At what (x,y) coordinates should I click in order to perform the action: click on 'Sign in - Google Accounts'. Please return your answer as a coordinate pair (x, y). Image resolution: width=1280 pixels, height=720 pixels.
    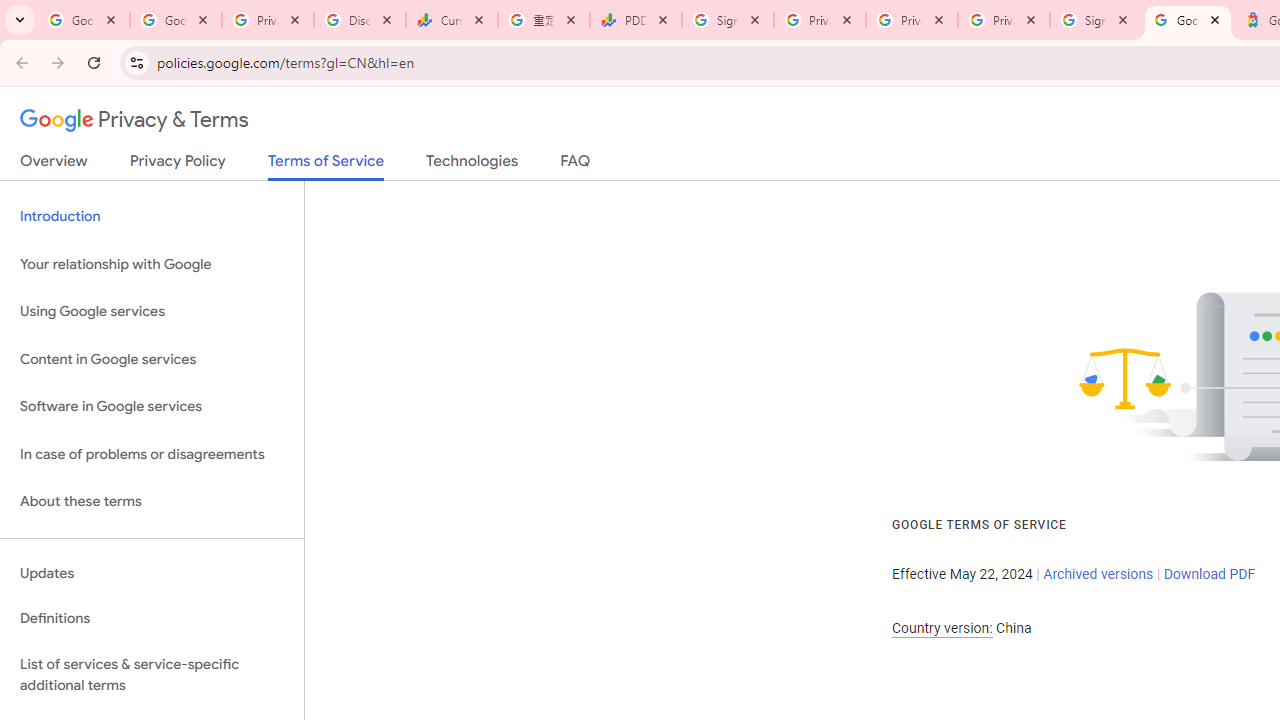
    Looking at the image, I should click on (1094, 20).